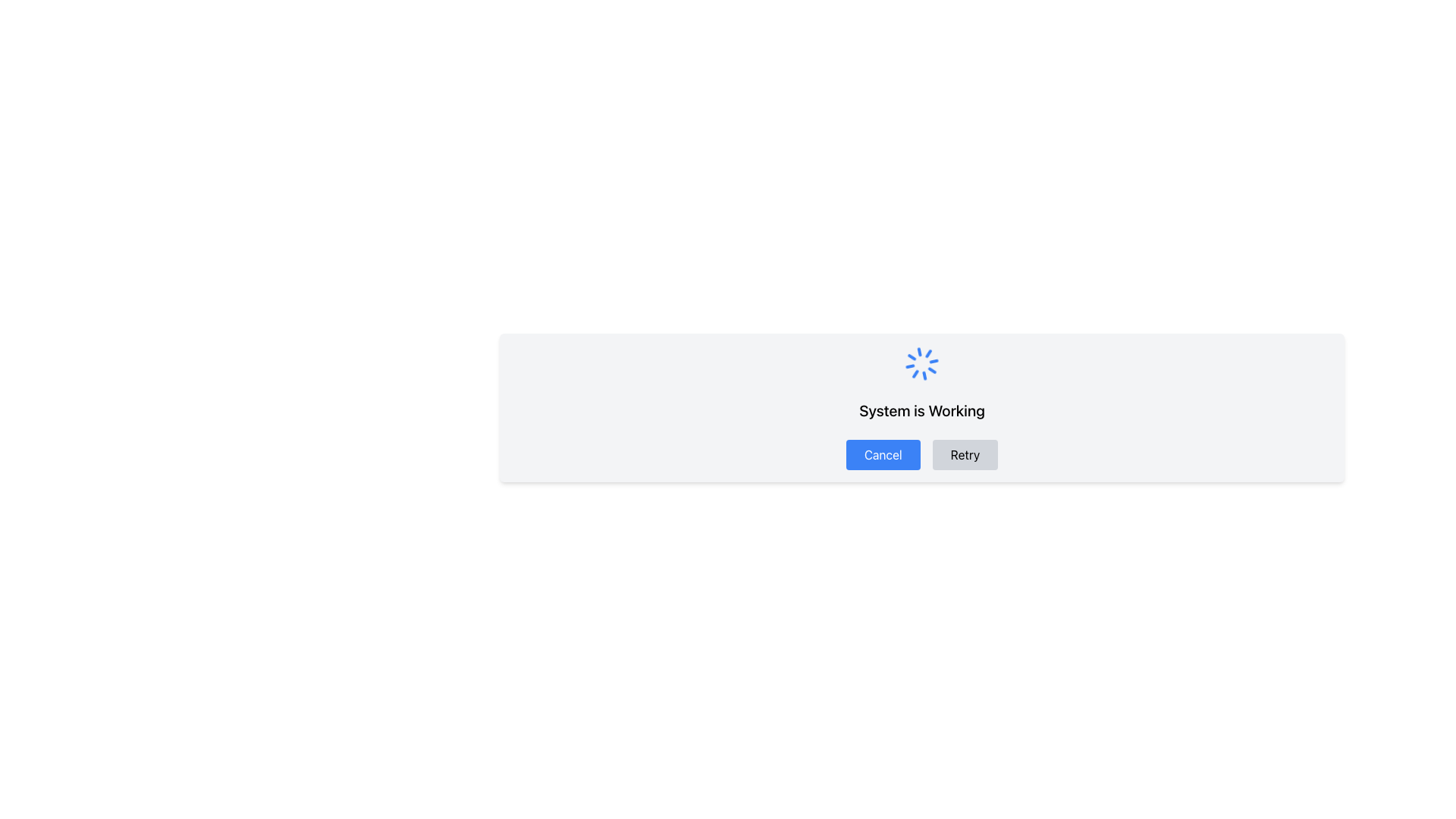 This screenshot has width=1456, height=819. I want to click on the spinning loader icon, which is a blue radial lines animation located in the upper center of the modal dialog, above the text 'System is Working', so click(921, 363).